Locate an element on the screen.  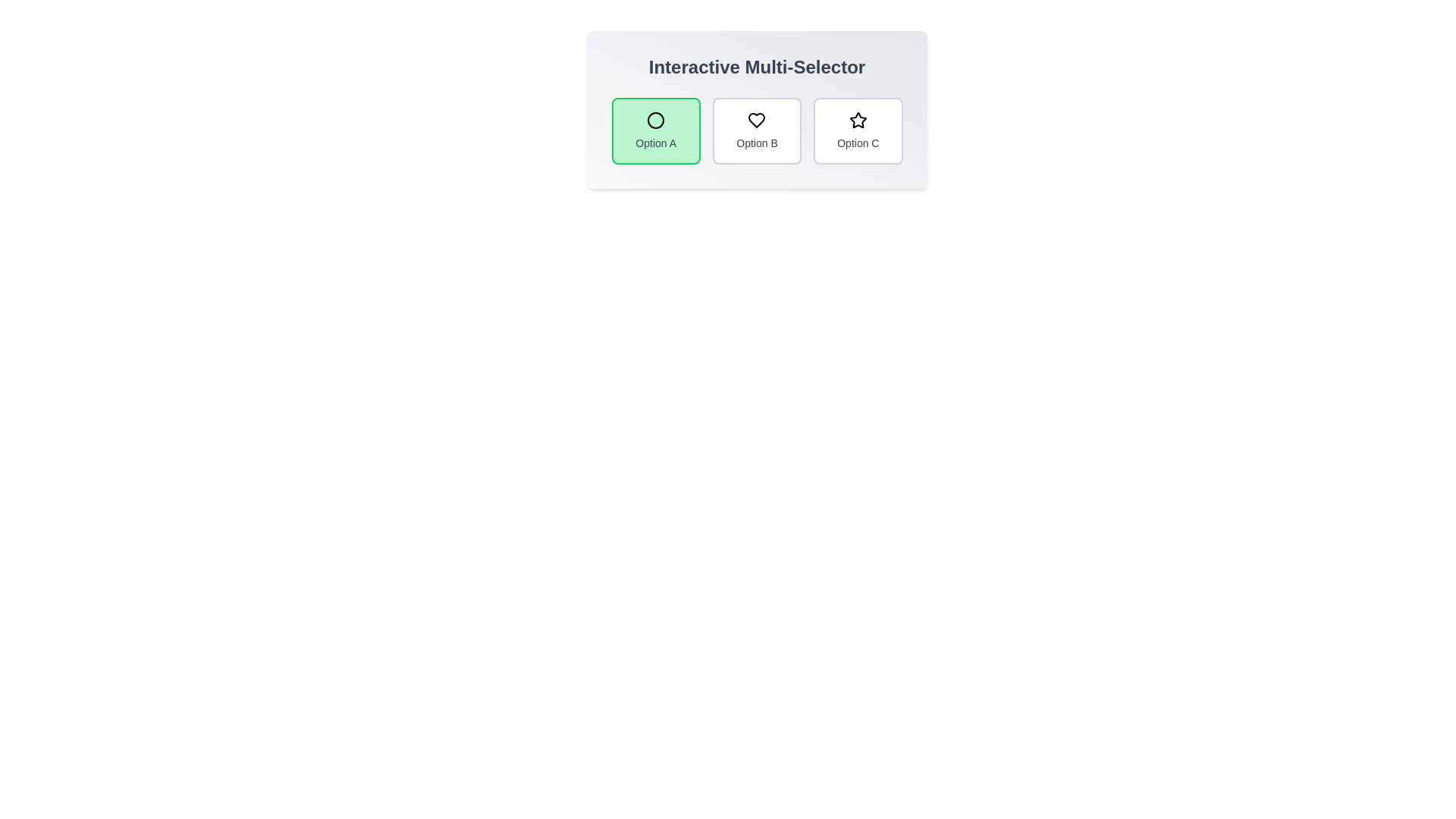
the header text 'Interactive Multi-Selector' to interact with it is located at coordinates (757, 66).